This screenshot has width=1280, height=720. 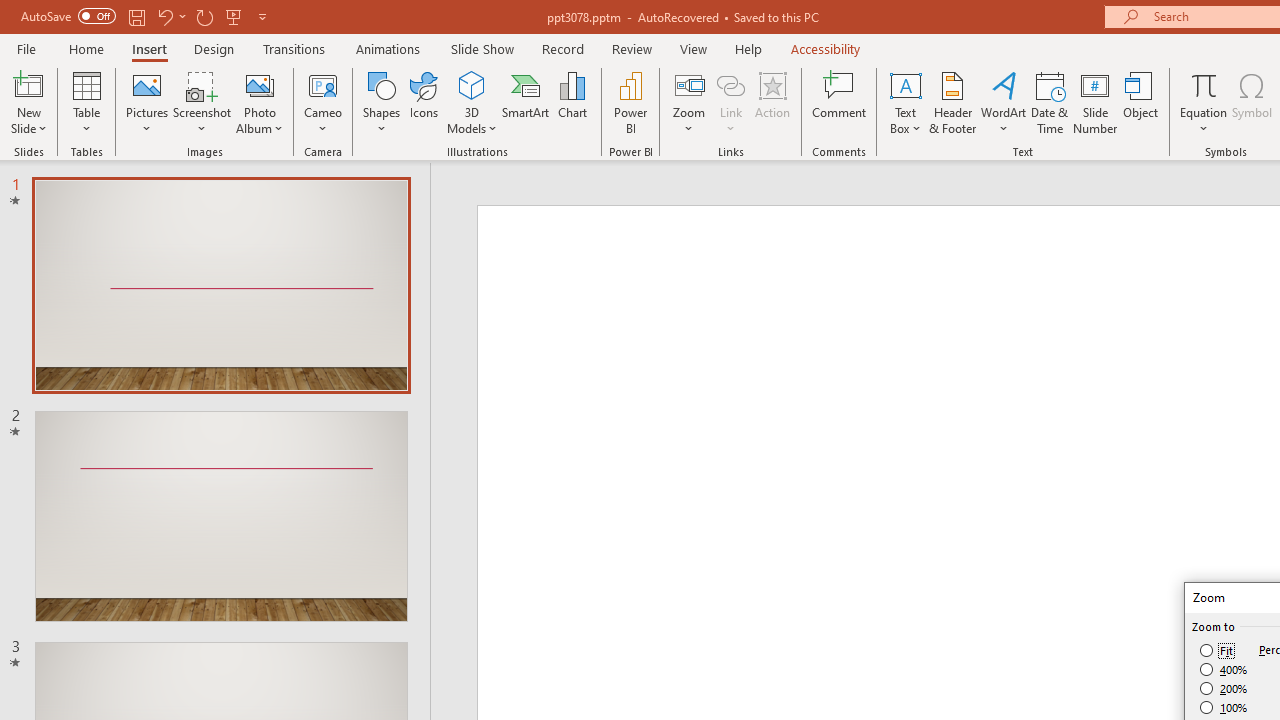 I want to click on '3D Models', so click(x=471, y=84).